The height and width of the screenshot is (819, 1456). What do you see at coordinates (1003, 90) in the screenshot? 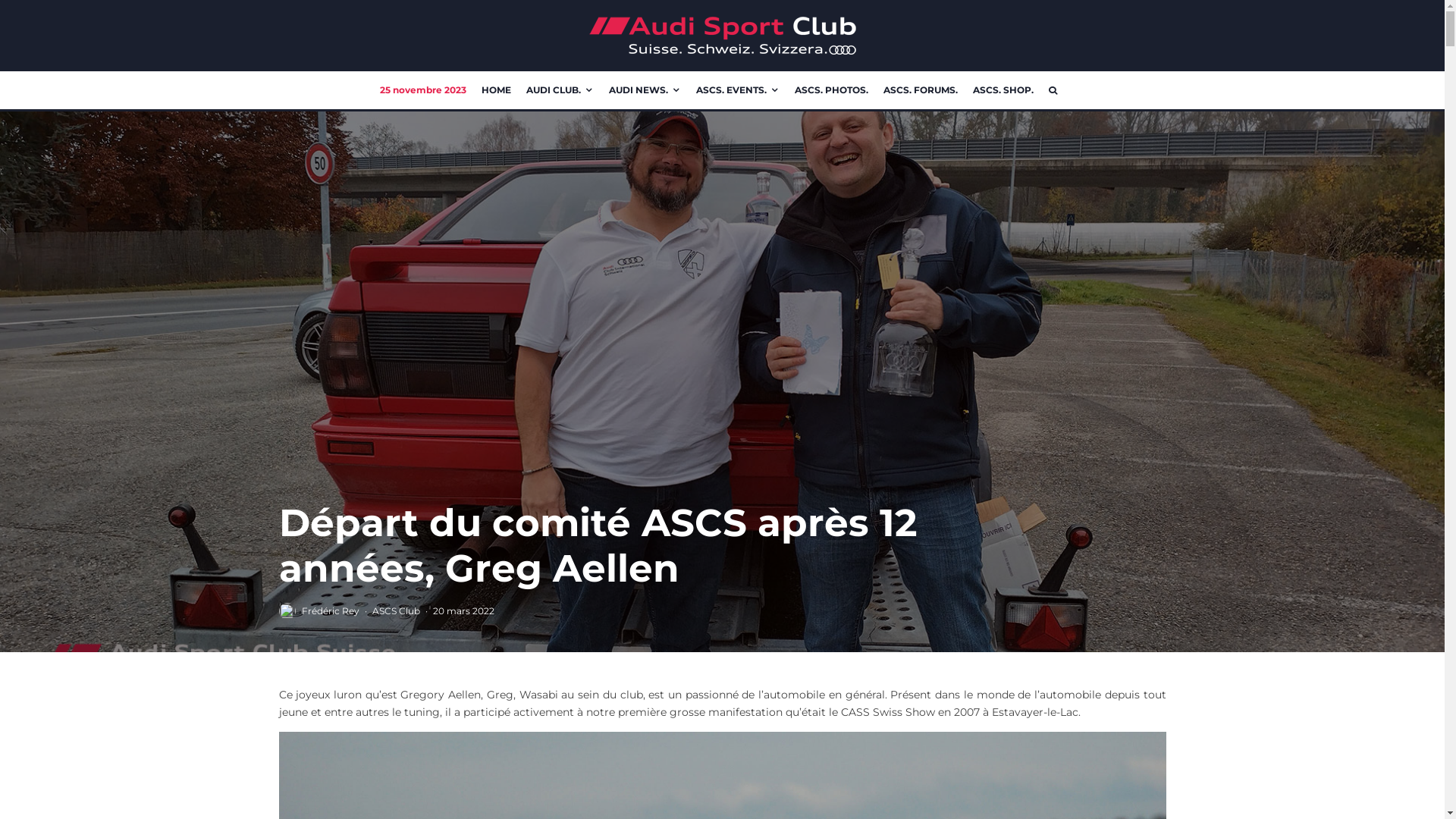
I see `'ASCS. SHOP.'` at bounding box center [1003, 90].